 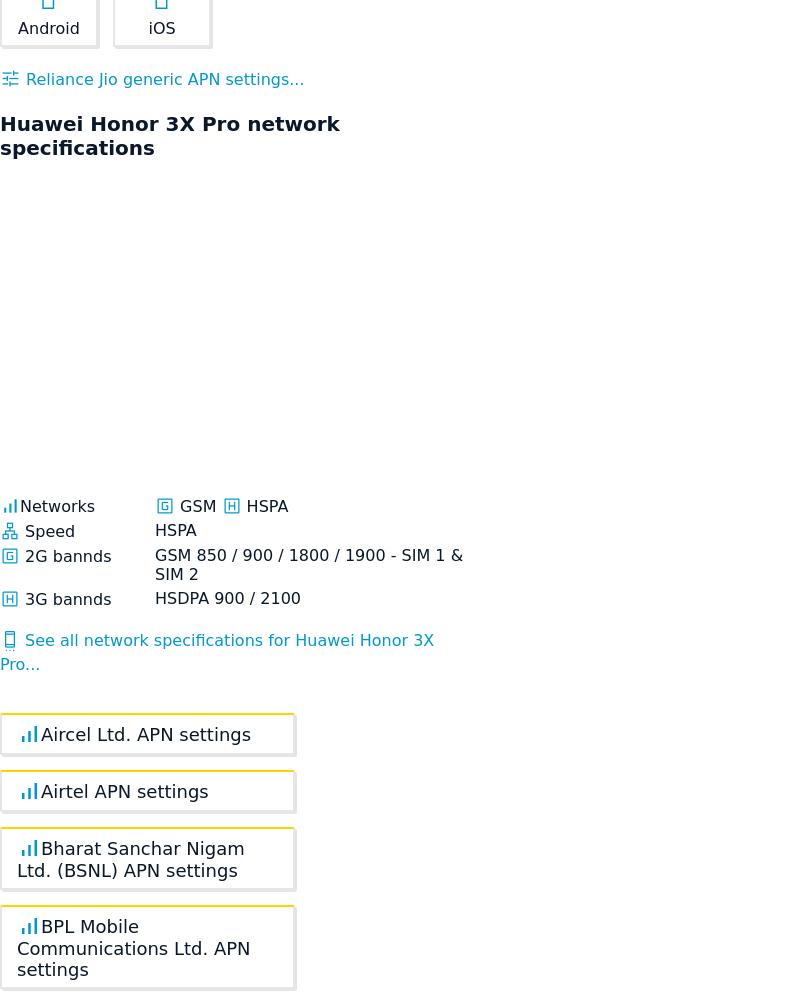 I want to click on 'Reliance Jio generic APN settings...', so click(x=162, y=79).